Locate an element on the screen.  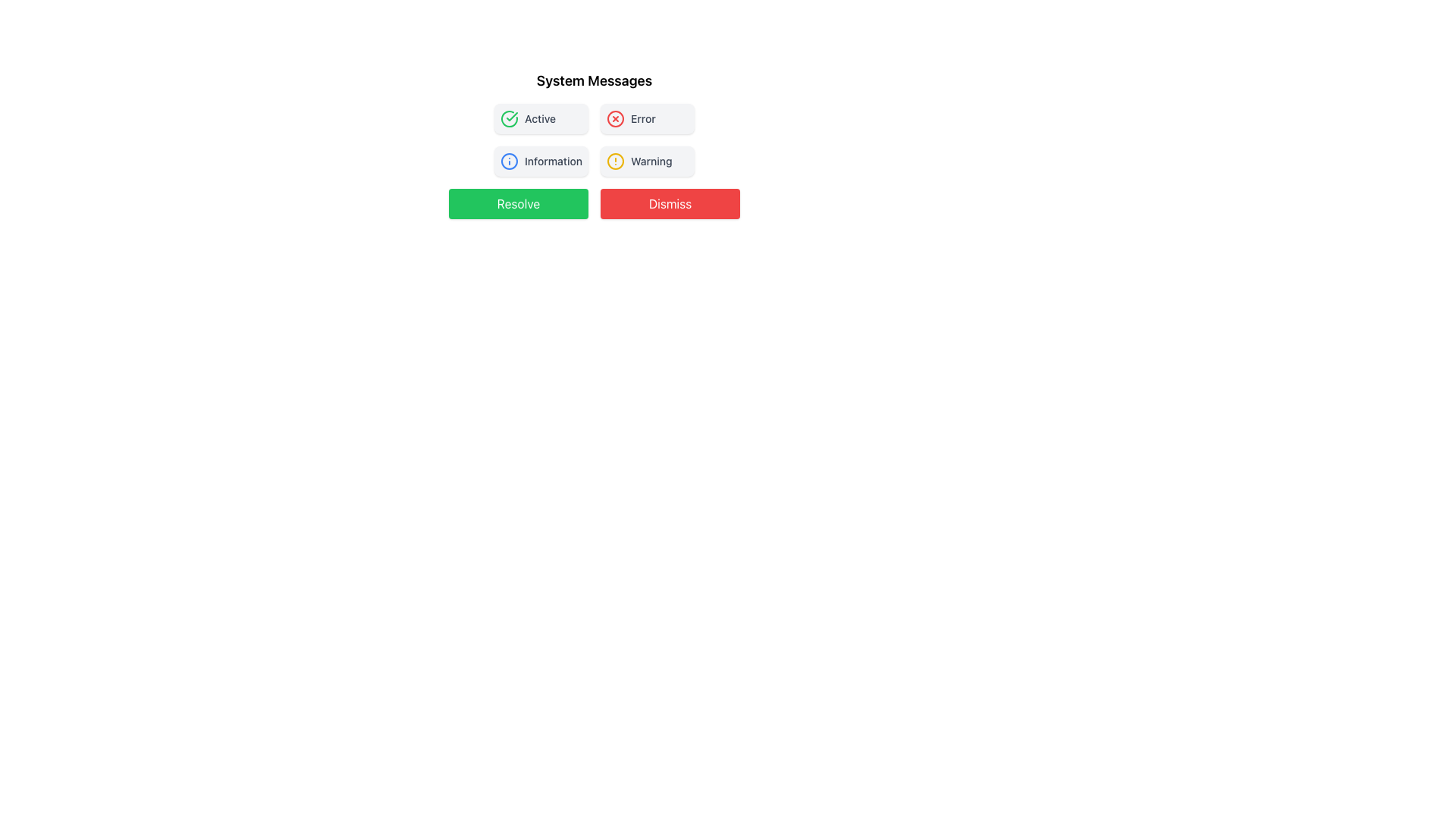
the 'Active' text label located in the upper section of the interface, centered horizontally within a rectangular card with an icon to its left is located at coordinates (540, 118).